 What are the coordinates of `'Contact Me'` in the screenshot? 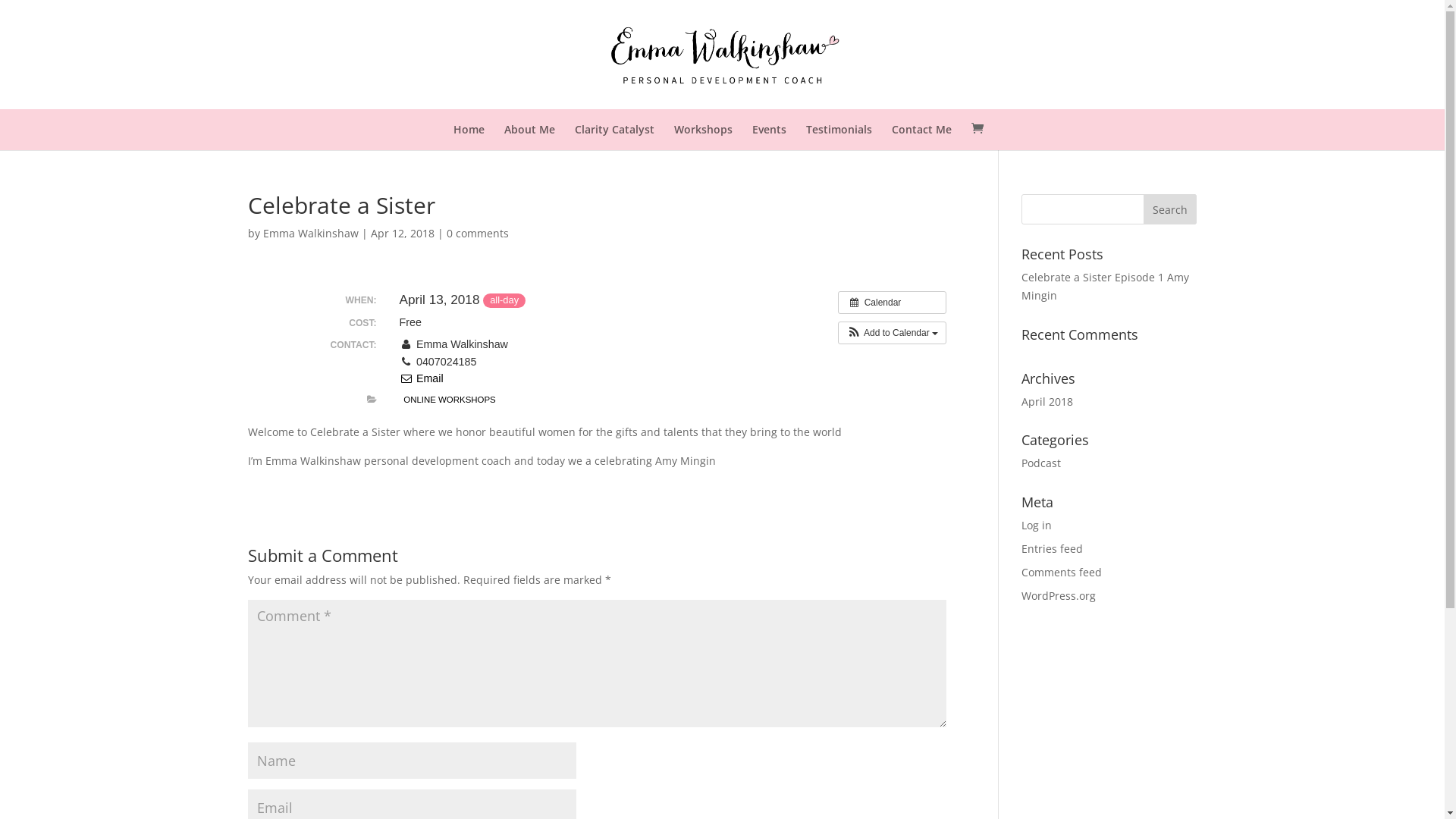 It's located at (921, 128).